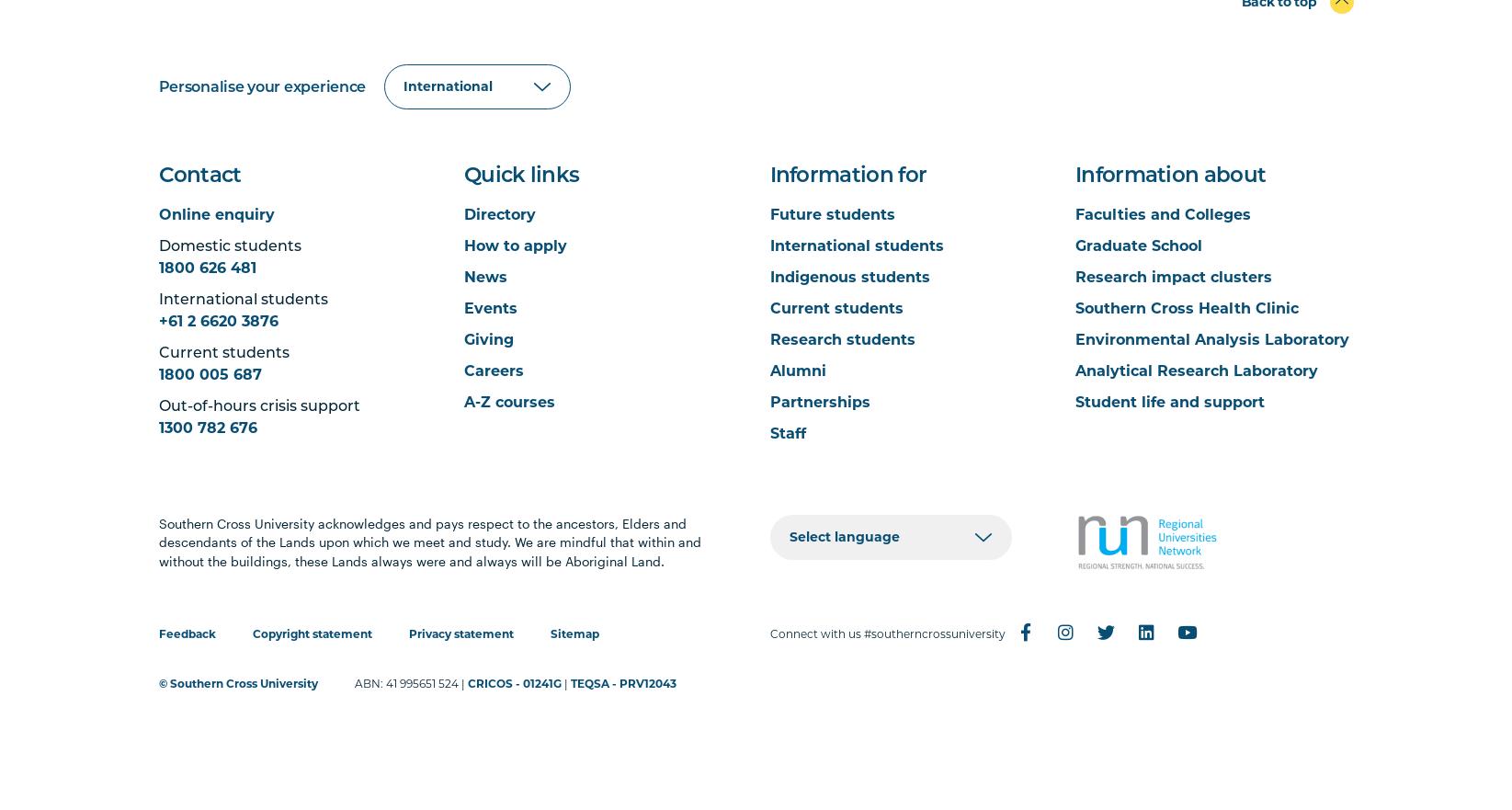 The height and width of the screenshot is (810, 1512). Describe the element at coordinates (564, 682) in the screenshot. I see `'|'` at that location.